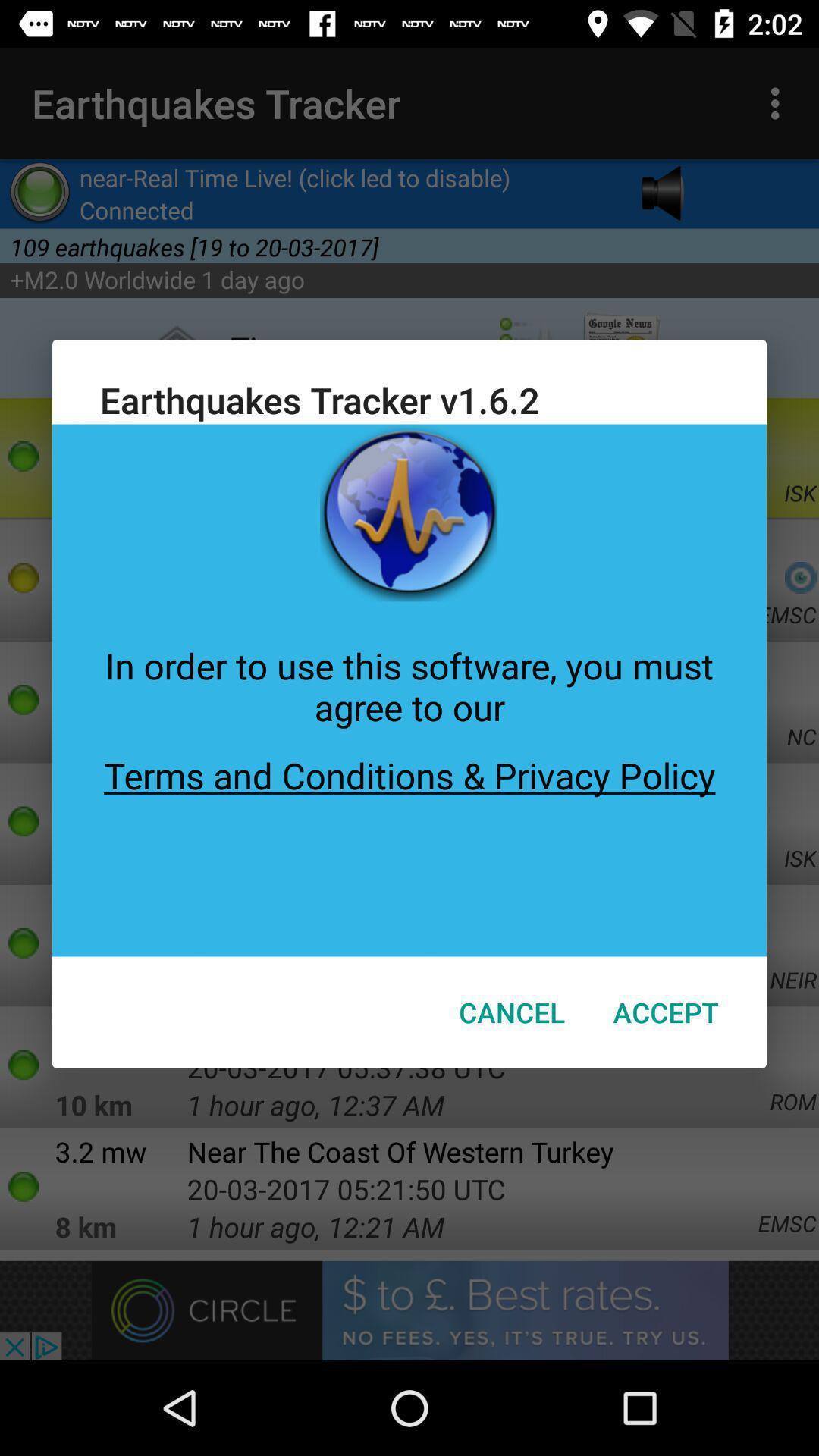  I want to click on the terms and conditions icon, so click(409, 843).